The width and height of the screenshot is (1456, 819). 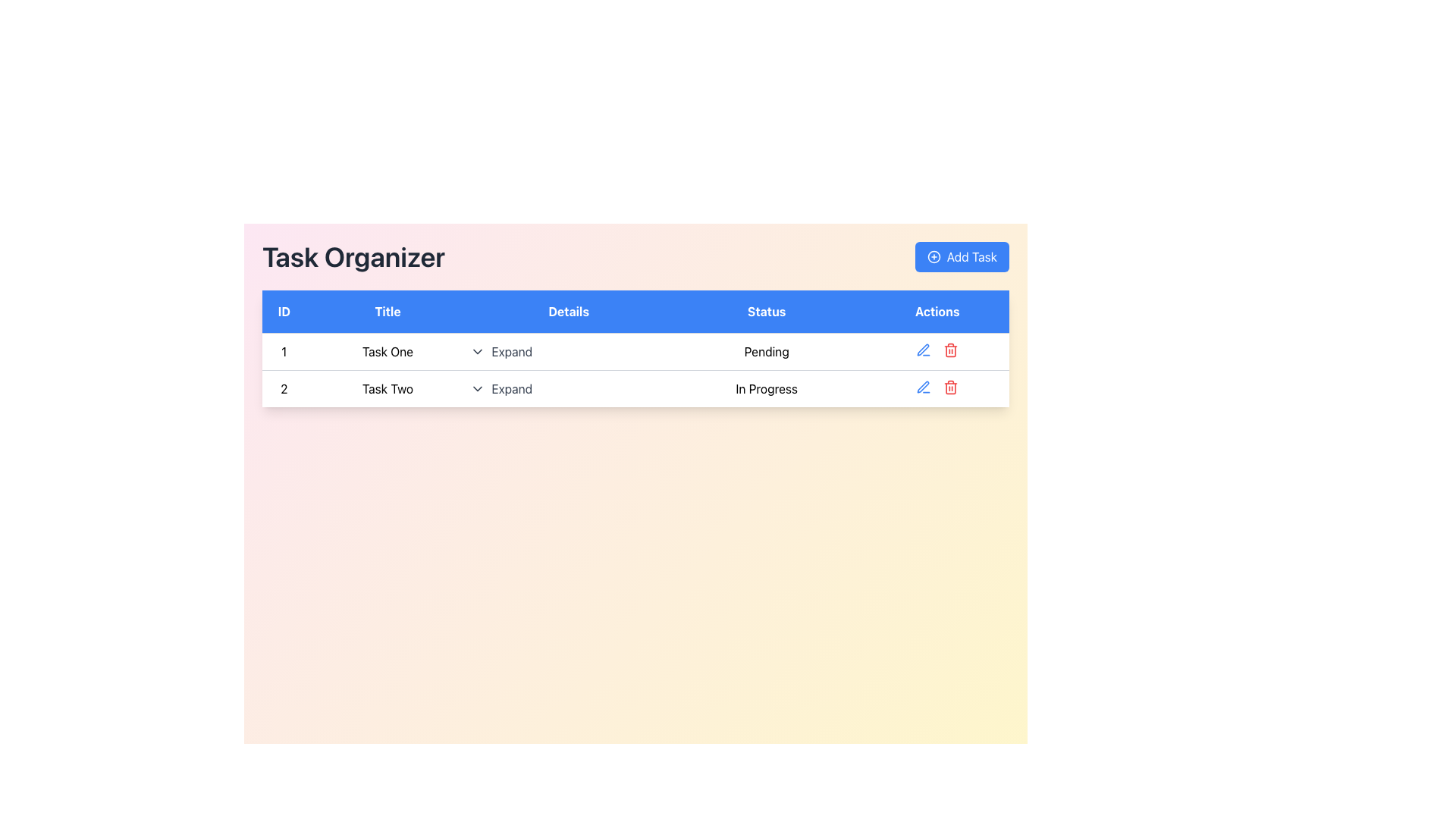 I want to click on the blue header section labeled 'Details', which is the third column header in a sequence of five headers, positioned between 'Title' and 'Status', so click(x=568, y=311).